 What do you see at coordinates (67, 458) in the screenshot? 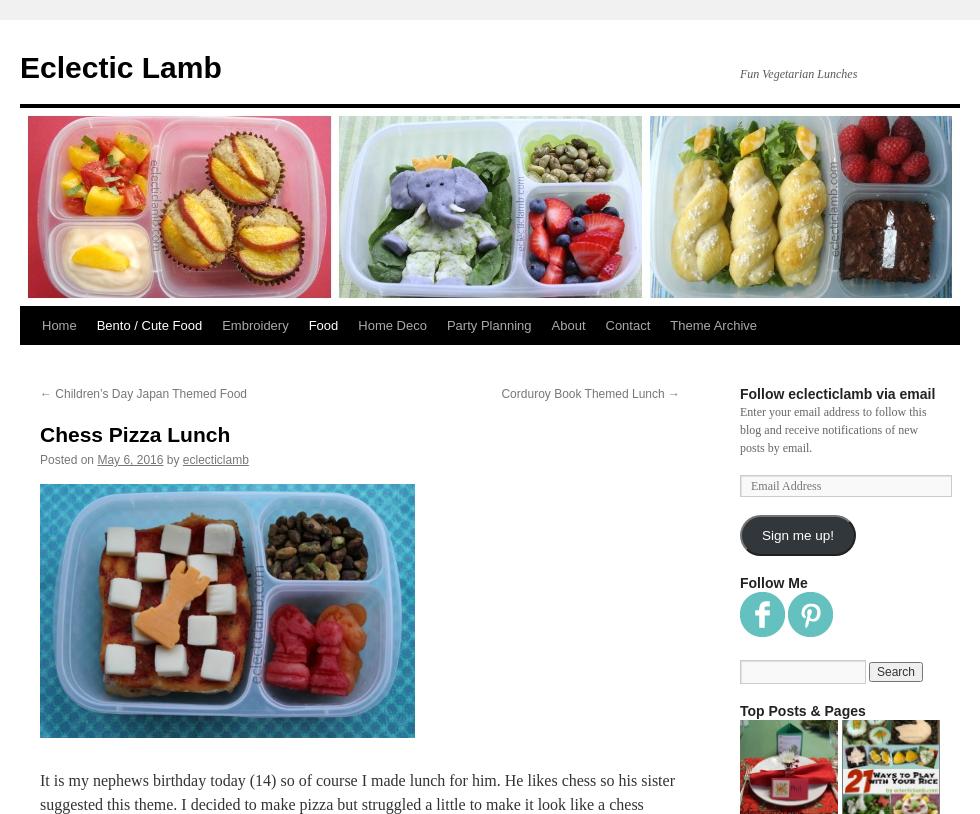
I see `'Posted on'` at bounding box center [67, 458].